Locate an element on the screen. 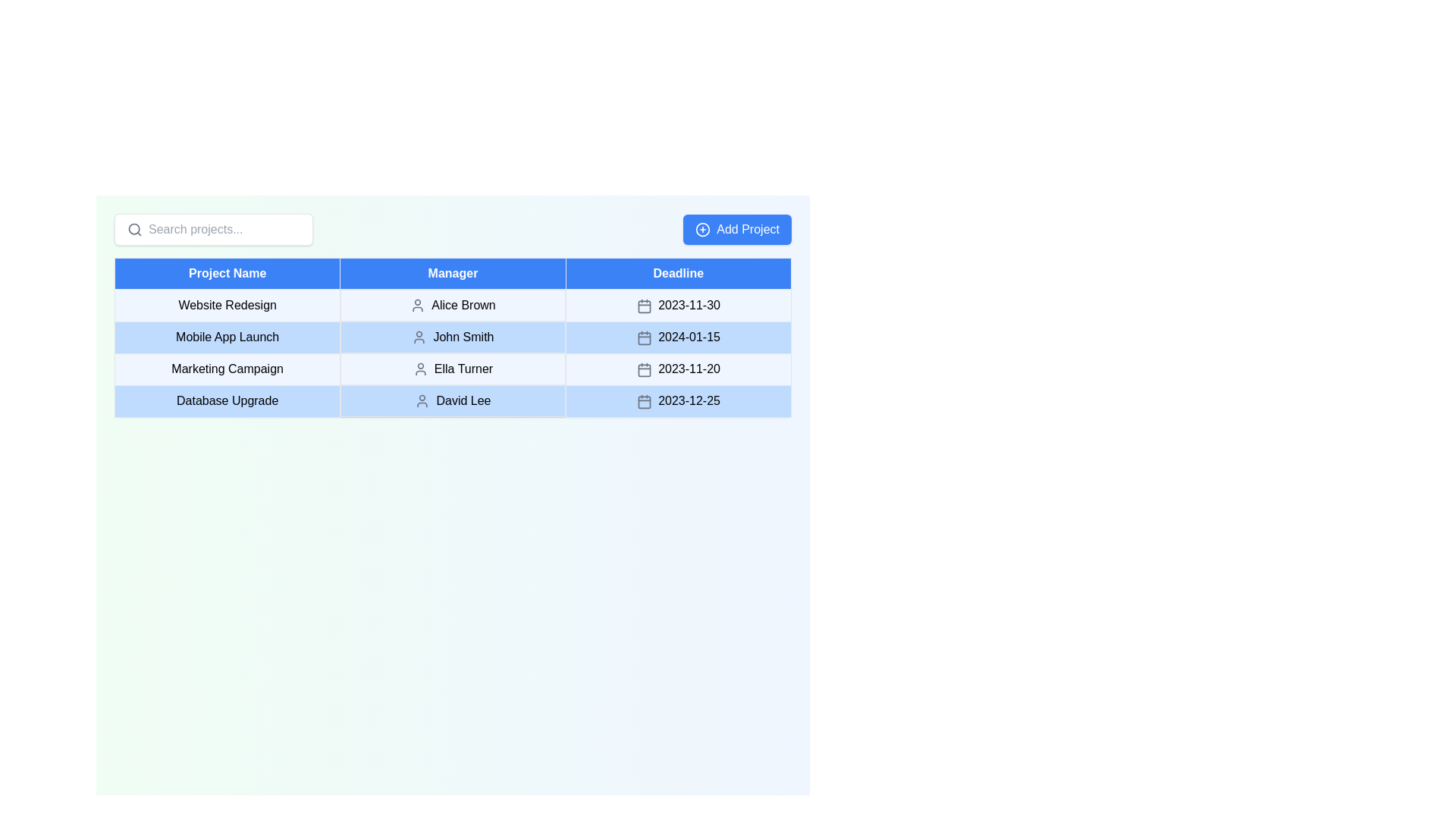 The width and height of the screenshot is (1456, 819). the calendar icon in the 'Deadline' column of the last row of the table for the project 'Database Upgrade', which is positioned to the left of the text '2023-12-25' is located at coordinates (644, 401).